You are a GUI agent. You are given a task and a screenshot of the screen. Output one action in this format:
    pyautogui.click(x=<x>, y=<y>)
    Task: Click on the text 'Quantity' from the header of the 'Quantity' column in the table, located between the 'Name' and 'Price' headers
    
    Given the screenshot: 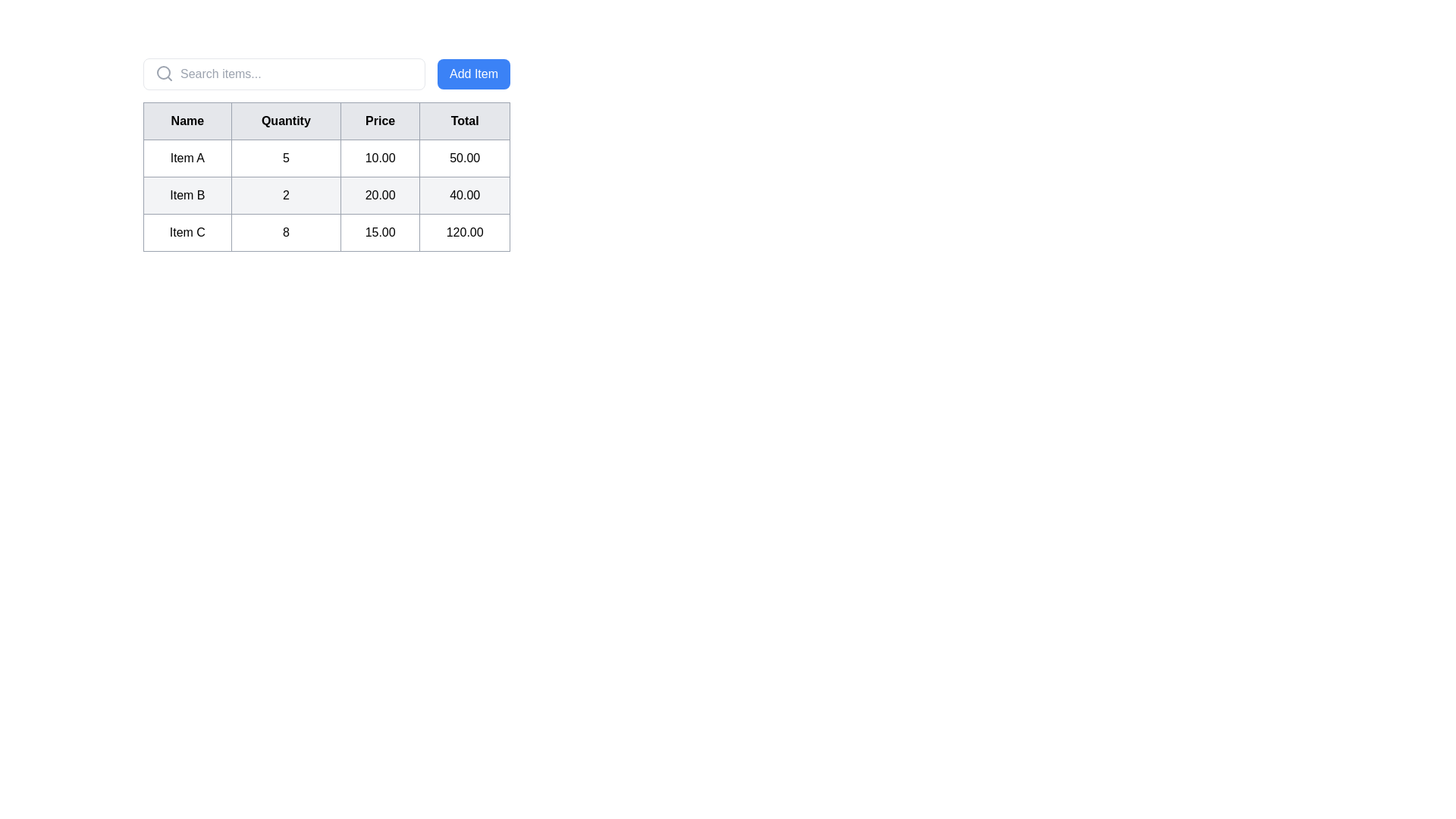 What is the action you would take?
    pyautogui.click(x=286, y=120)
    